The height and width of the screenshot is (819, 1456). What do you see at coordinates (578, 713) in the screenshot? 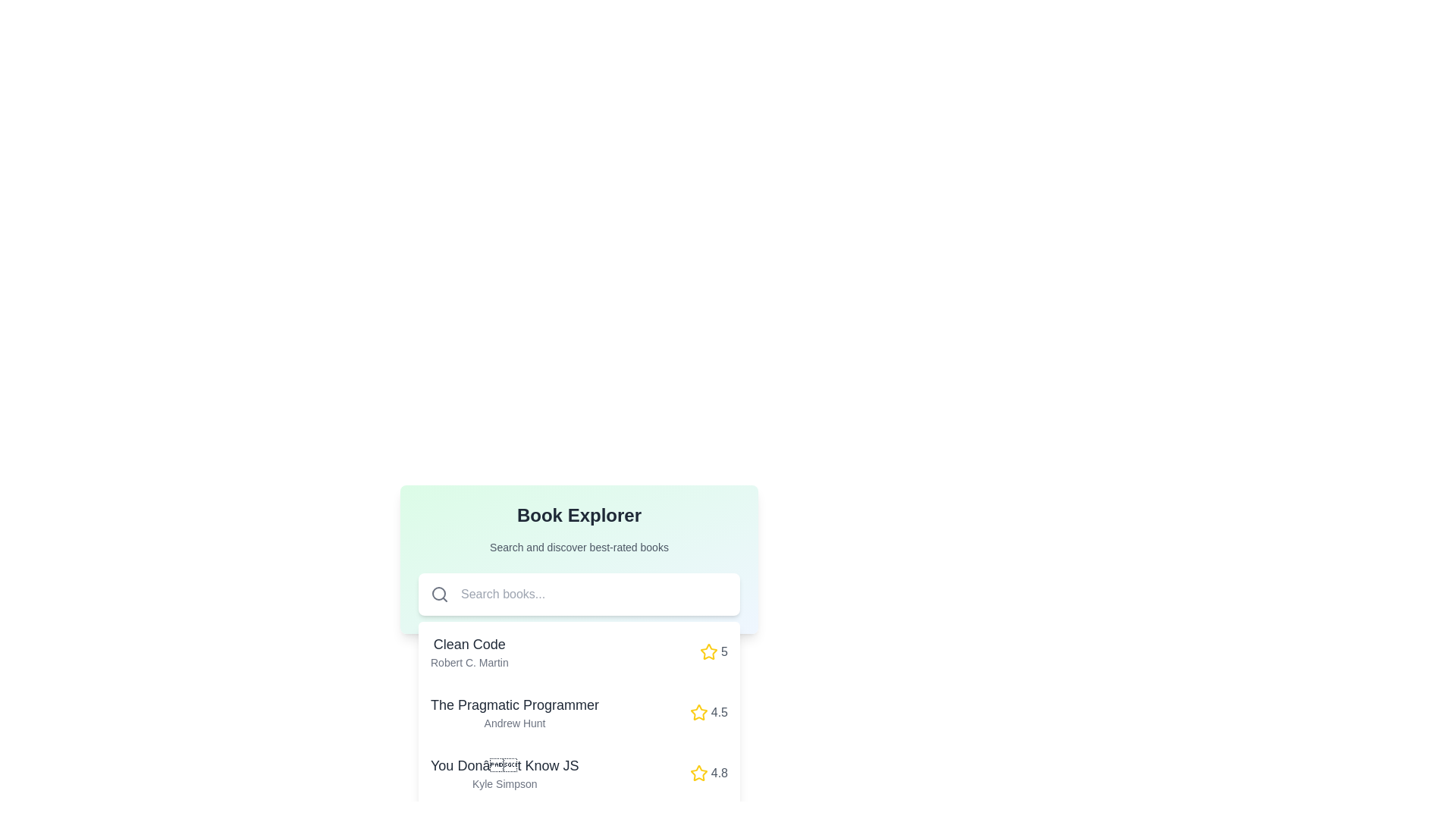
I see `to select the book entry in the book list located in the 'Book Explorer' section, positioned second under the search bar, directly below 'Clean Code'` at bounding box center [578, 713].